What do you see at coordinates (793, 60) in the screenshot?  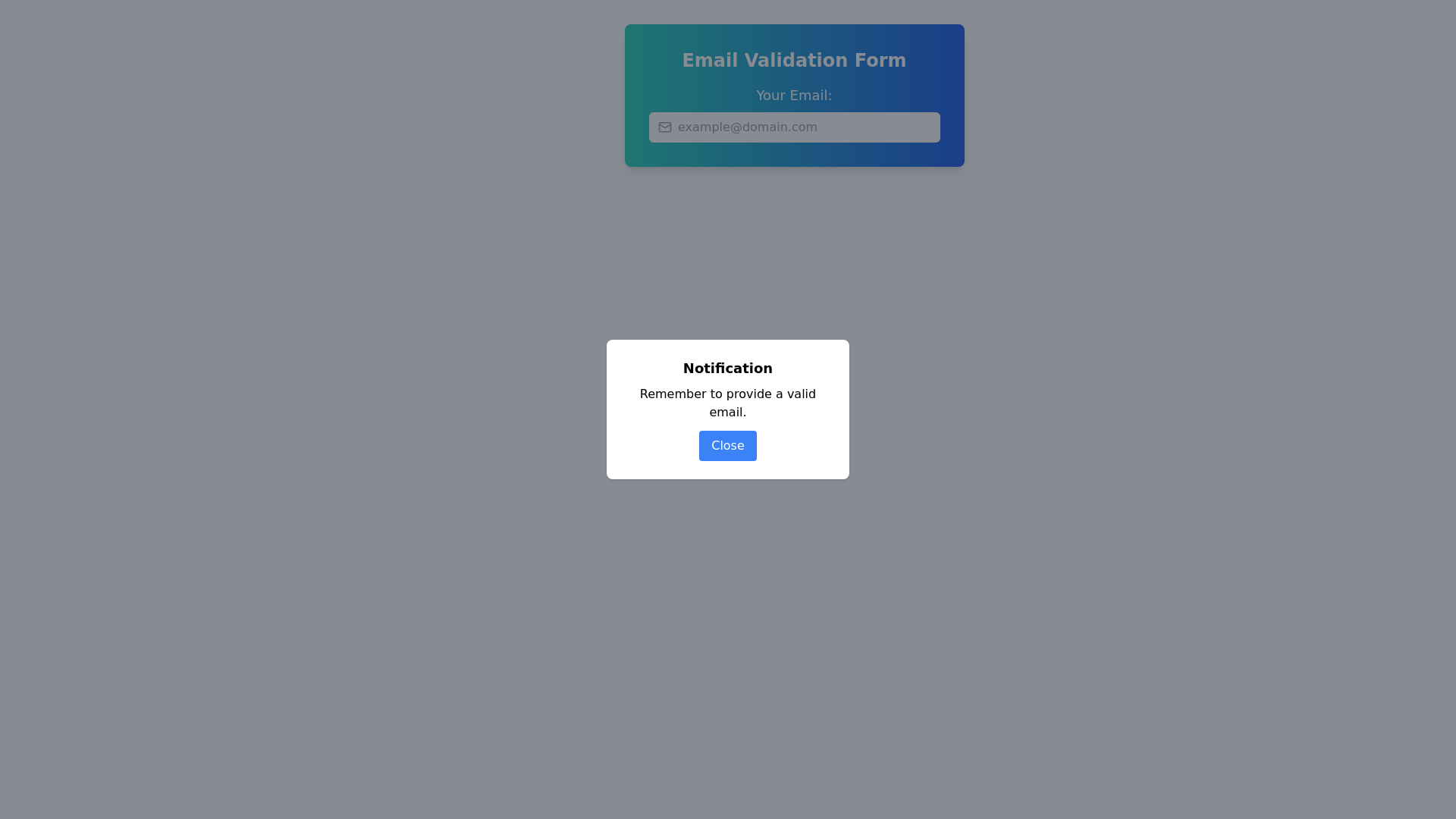 I see `the Text label at the top center of the form, which serves as the title or header providing context about the form's purpose` at bounding box center [793, 60].